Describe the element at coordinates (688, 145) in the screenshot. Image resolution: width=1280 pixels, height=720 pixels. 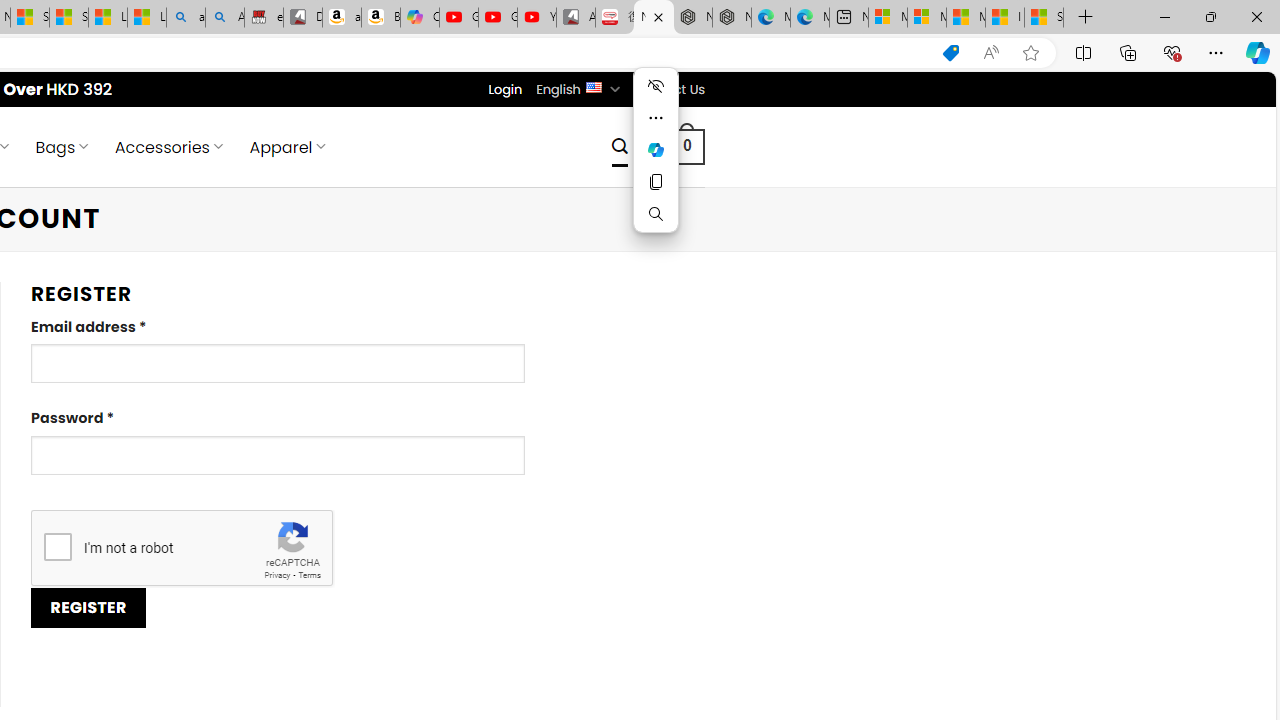
I see `' 0 '` at that location.